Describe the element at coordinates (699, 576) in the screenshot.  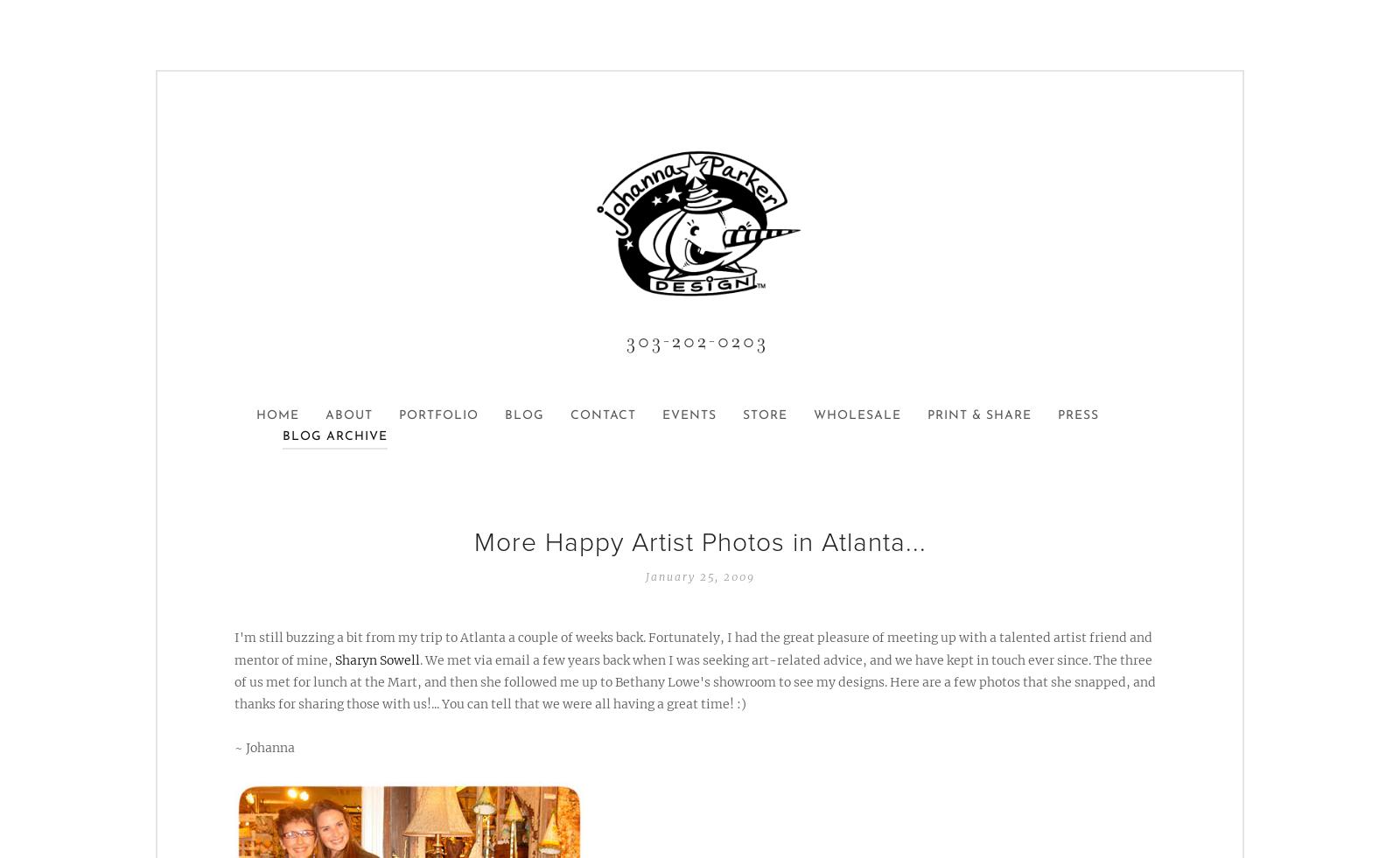
I see `'January 25, 2009'` at that location.